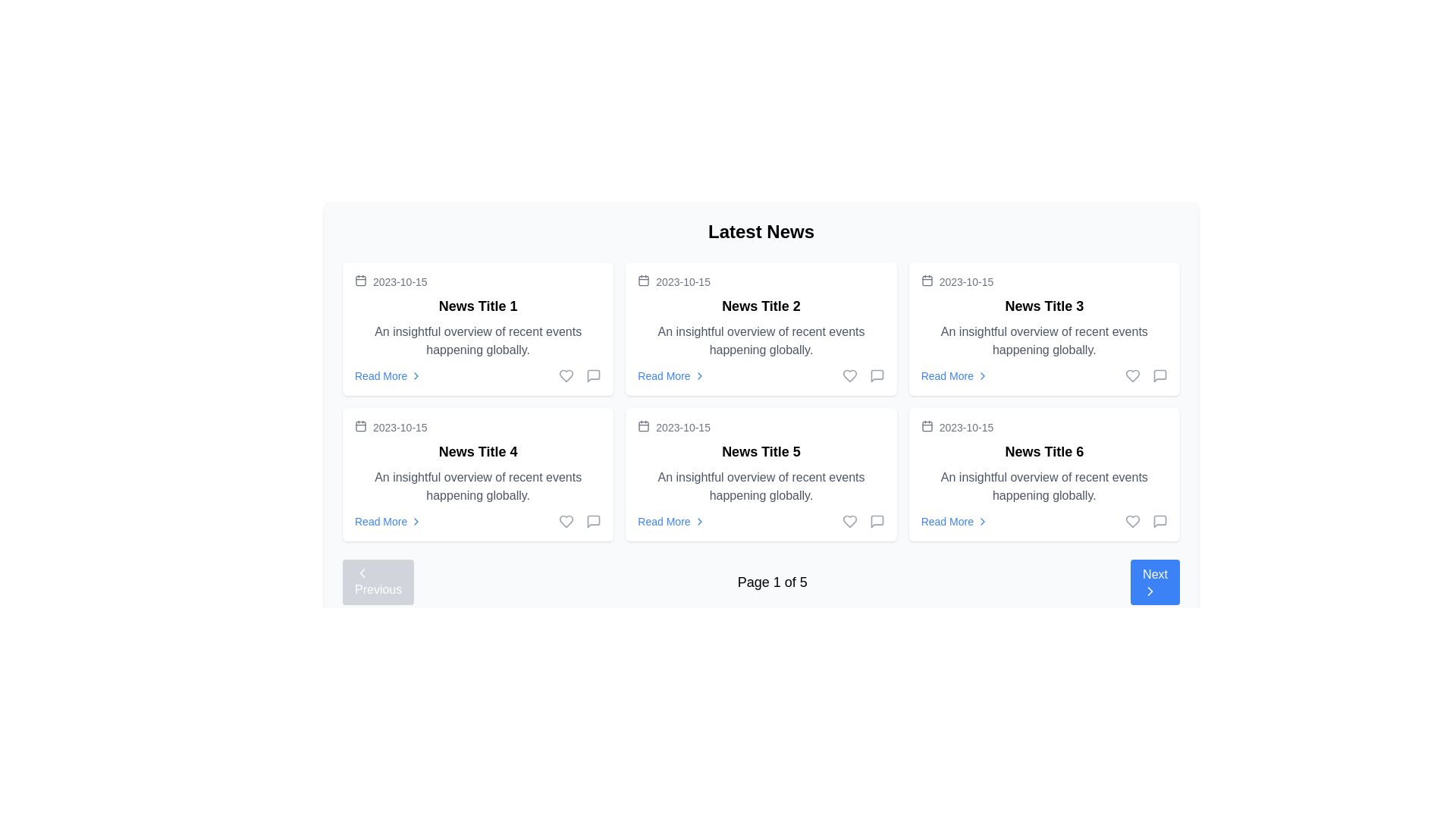  What do you see at coordinates (592, 375) in the screenshot?
I see `the comment interaction icon located in the bottom-right corner of the news card labeled 'News Title 2' to initiate a comment-related action` at bounding box center [592, 375].